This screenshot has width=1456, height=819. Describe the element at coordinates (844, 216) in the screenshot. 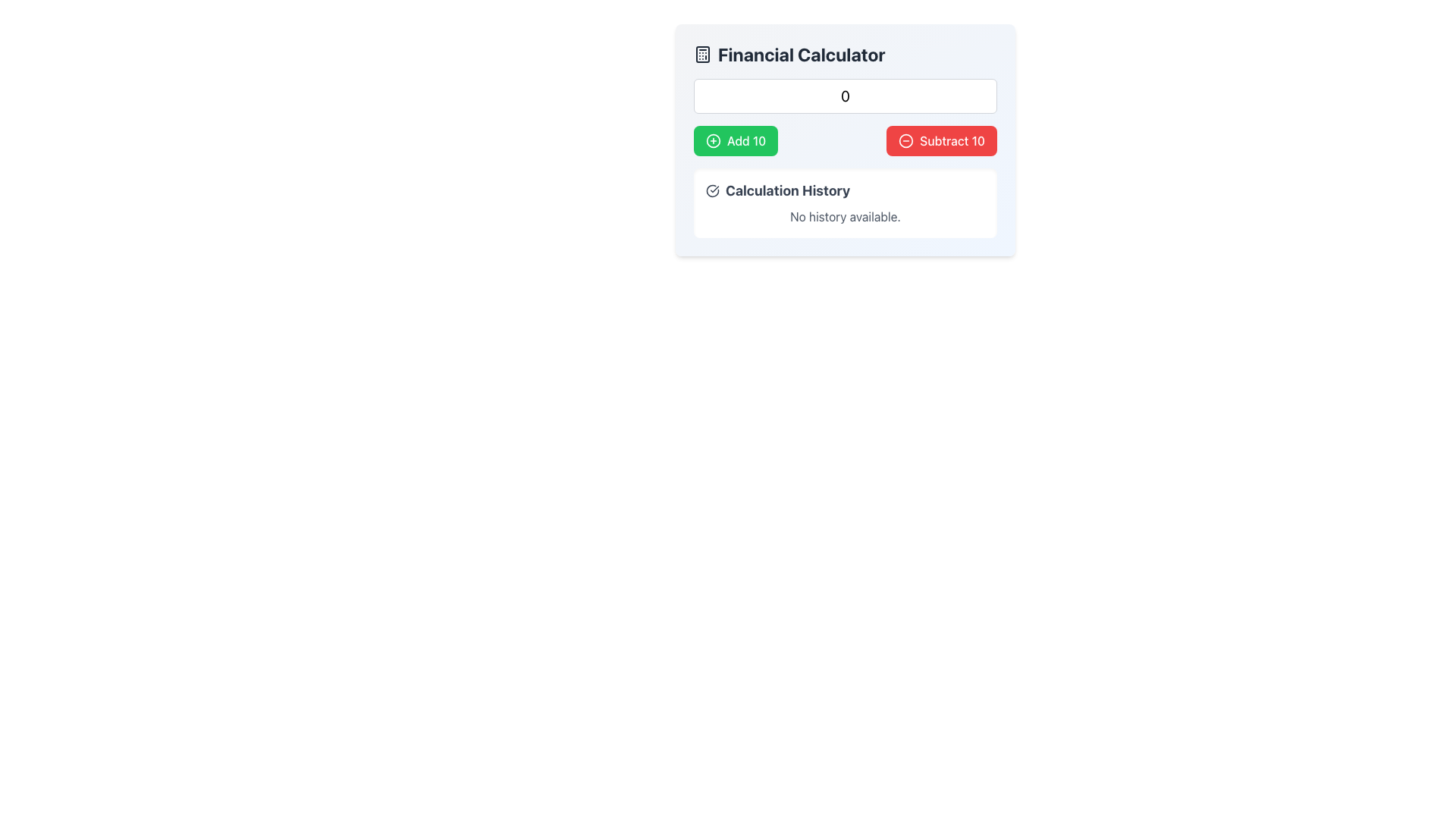

I see `the informational label indicating the absence of historical calculation records located at the bottom of the 'Calculation History' section` at that location.